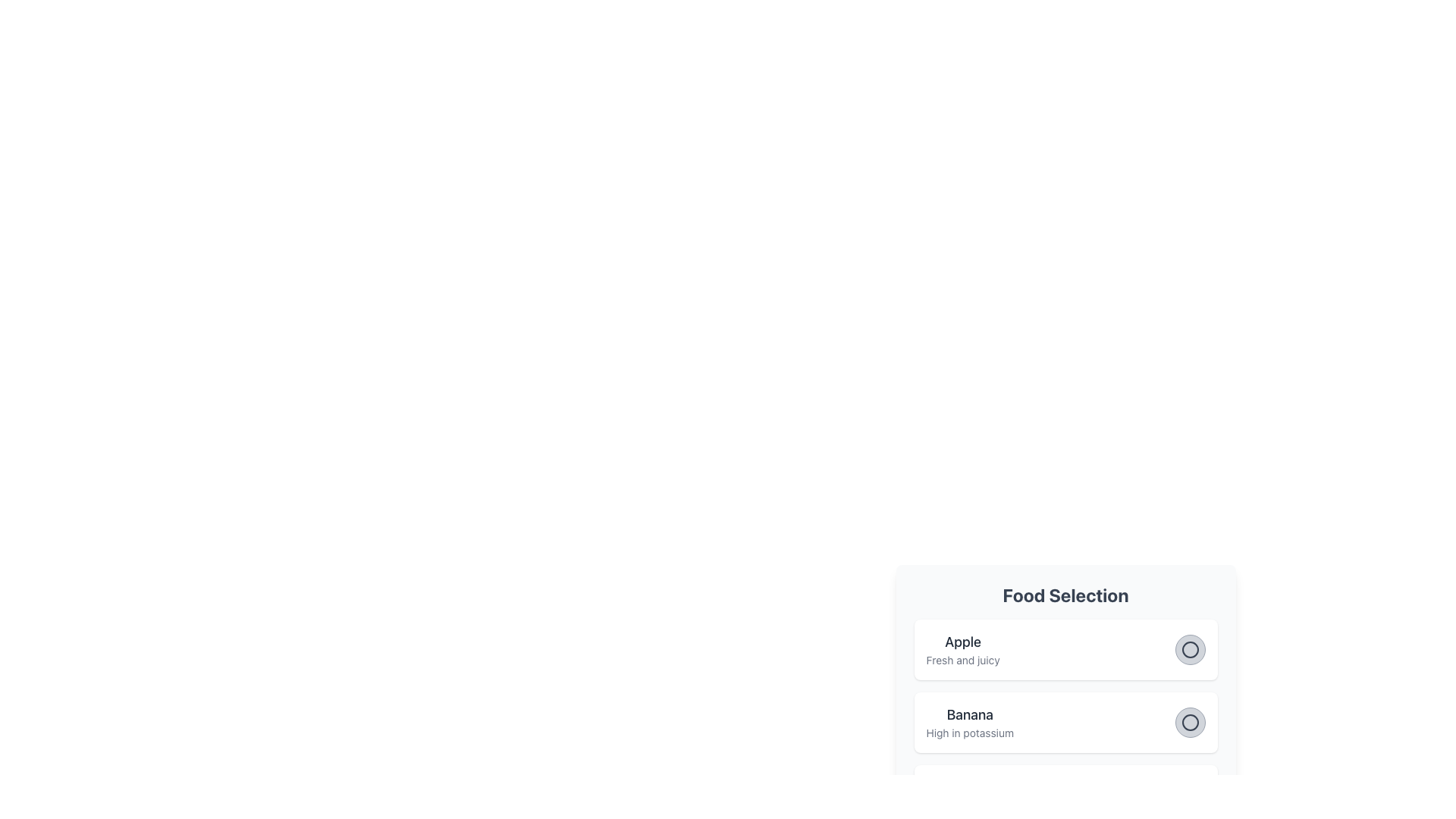 This screenshot has width=1456, height=819. I want to click on the header text element indicating the item name 'Apple' within the food selection list, so click(962, 642).